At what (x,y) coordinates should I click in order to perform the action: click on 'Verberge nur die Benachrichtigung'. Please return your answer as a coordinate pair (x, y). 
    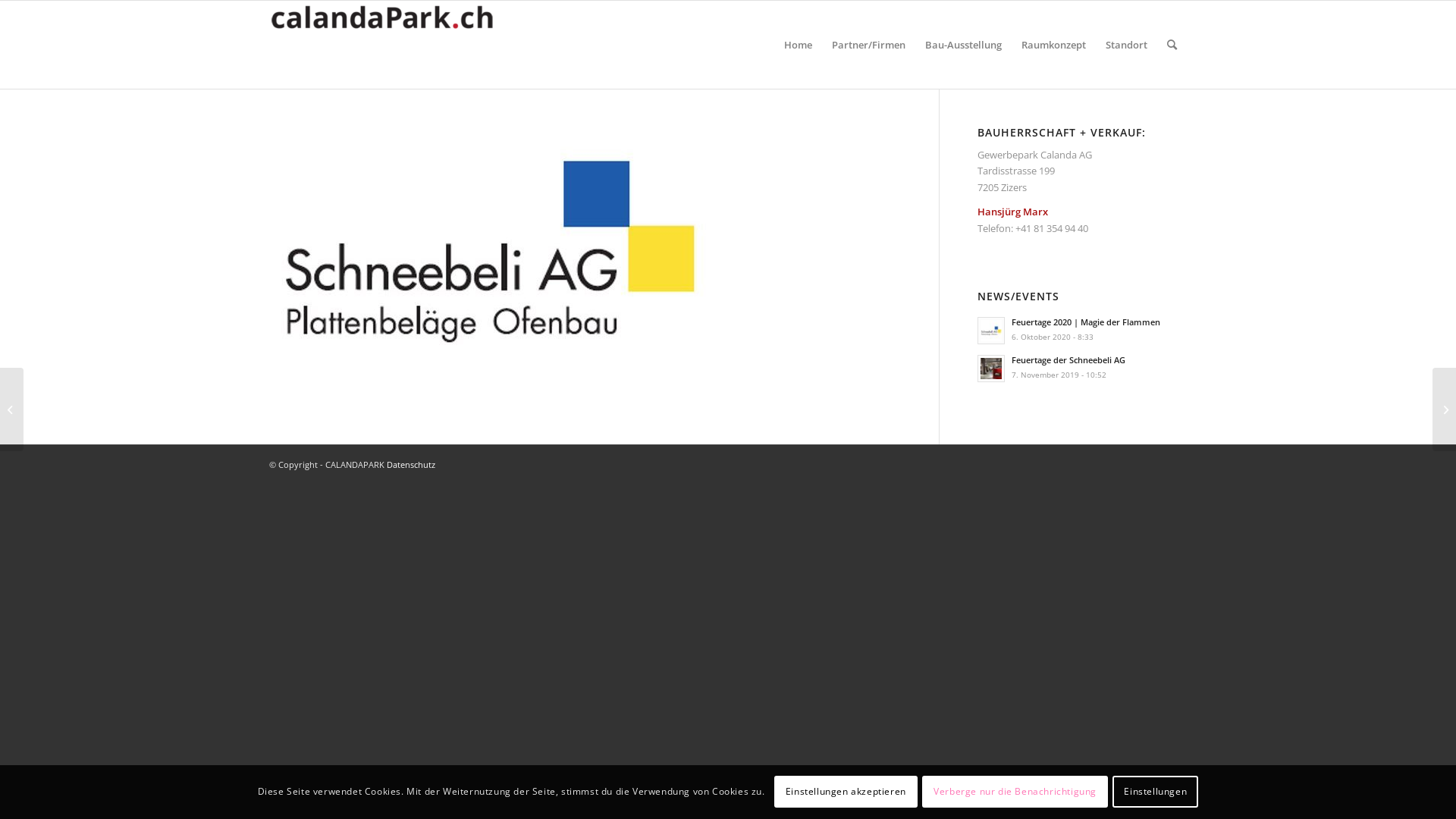
    Looking at the image, I should click on (1015, 791).